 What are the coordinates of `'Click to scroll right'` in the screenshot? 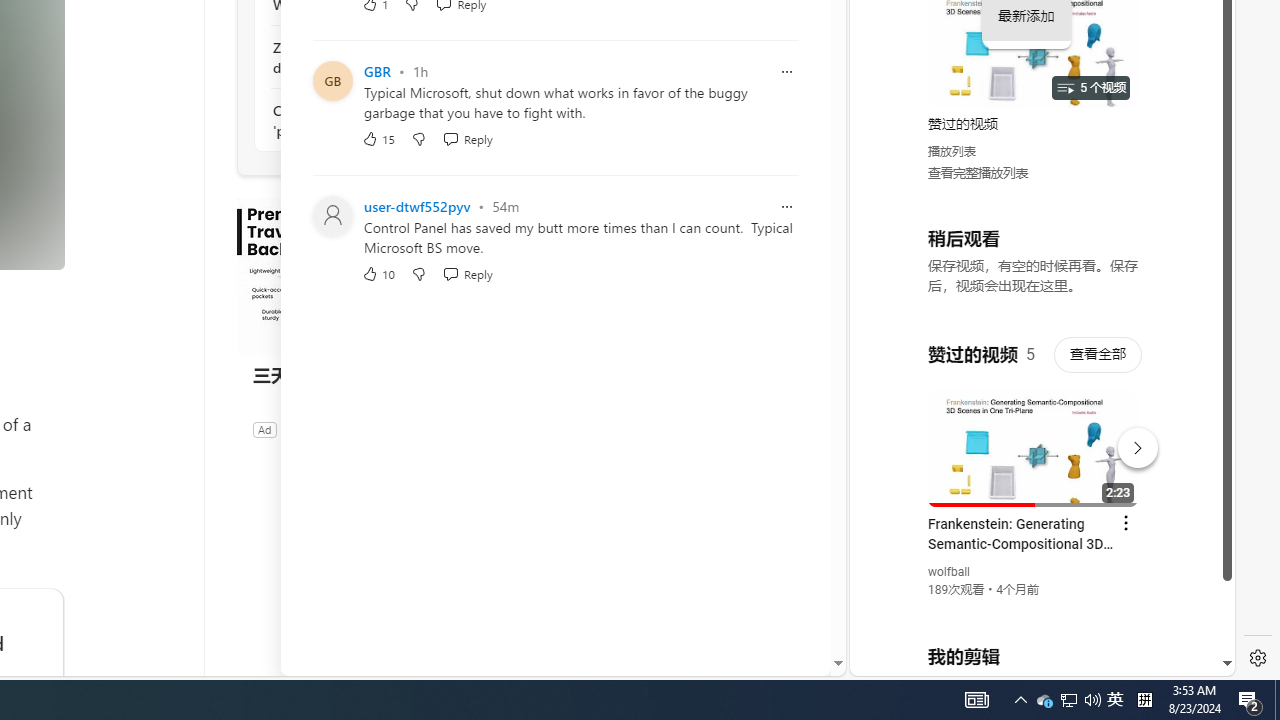 It's located at (1196, 82).